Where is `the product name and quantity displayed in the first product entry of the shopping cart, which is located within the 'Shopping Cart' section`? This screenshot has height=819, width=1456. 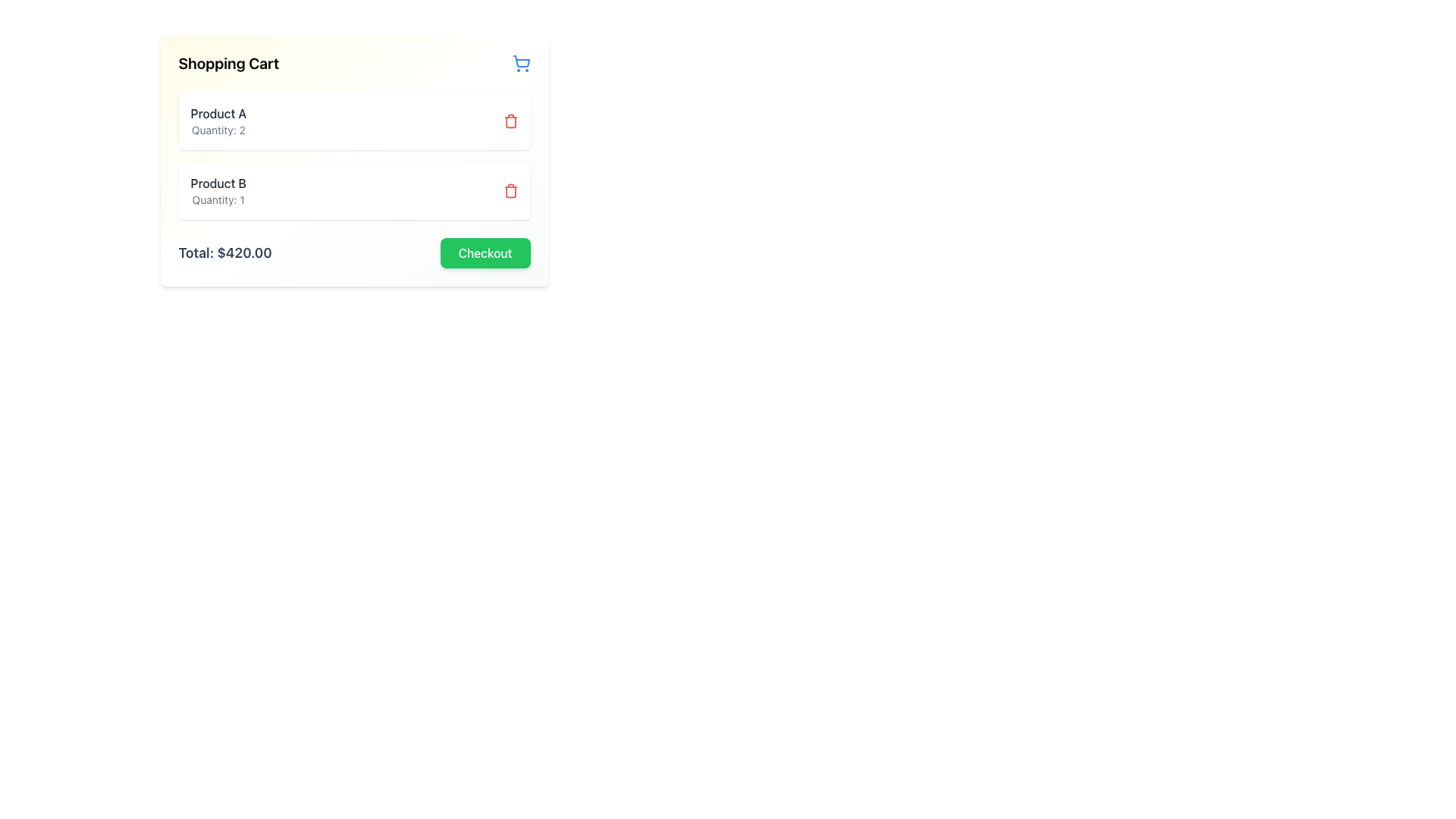
the product name and quantity displayed in the first product entry of the shopping cart, which is located within the 'Shopping Cart' section is located at coordinates (353, 120).